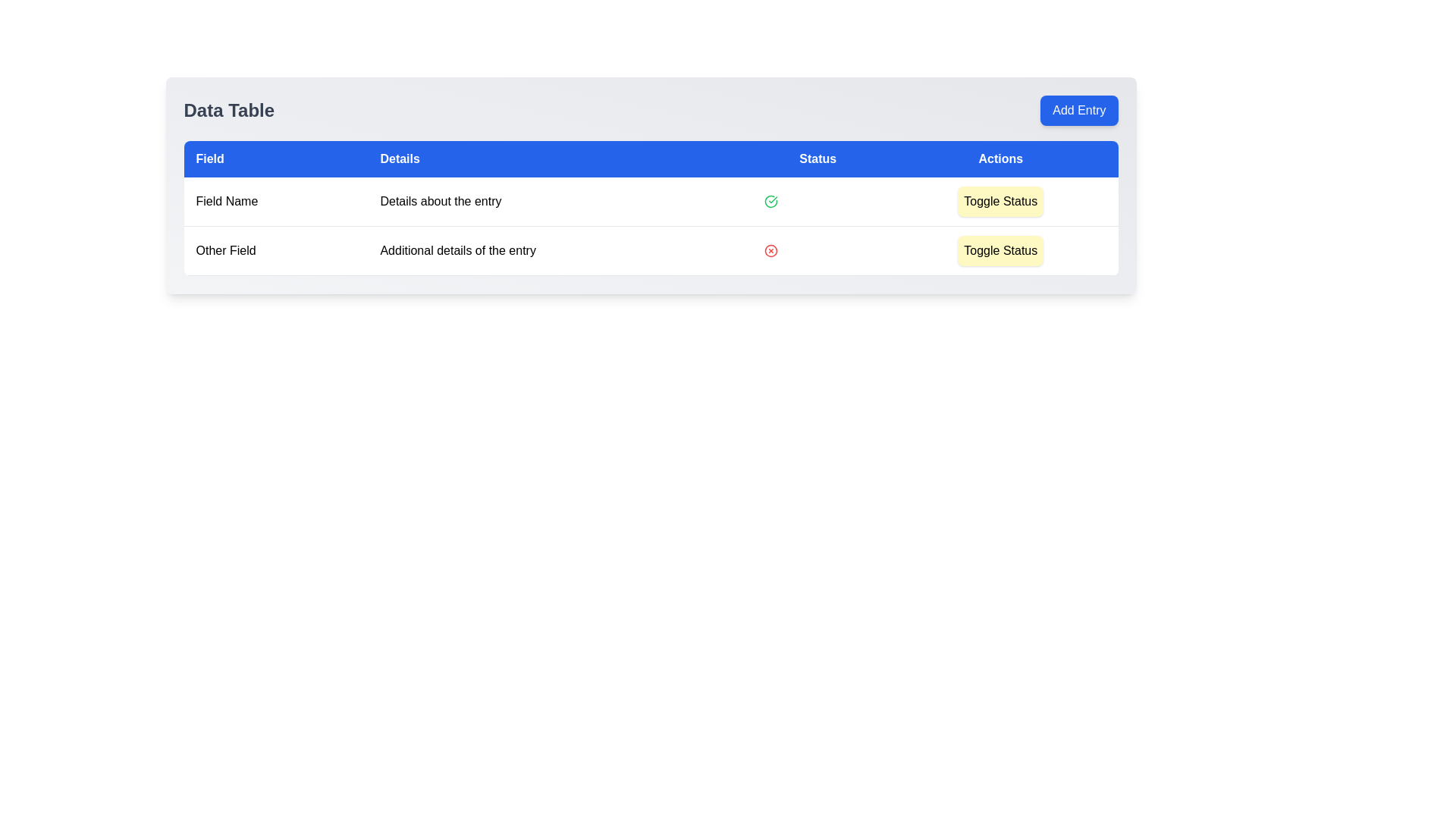 This screenshot has height=819, width=1456. I want to click on the yellow button labeled 'Toggle Status' to change its appearance, so click(1000, 250).